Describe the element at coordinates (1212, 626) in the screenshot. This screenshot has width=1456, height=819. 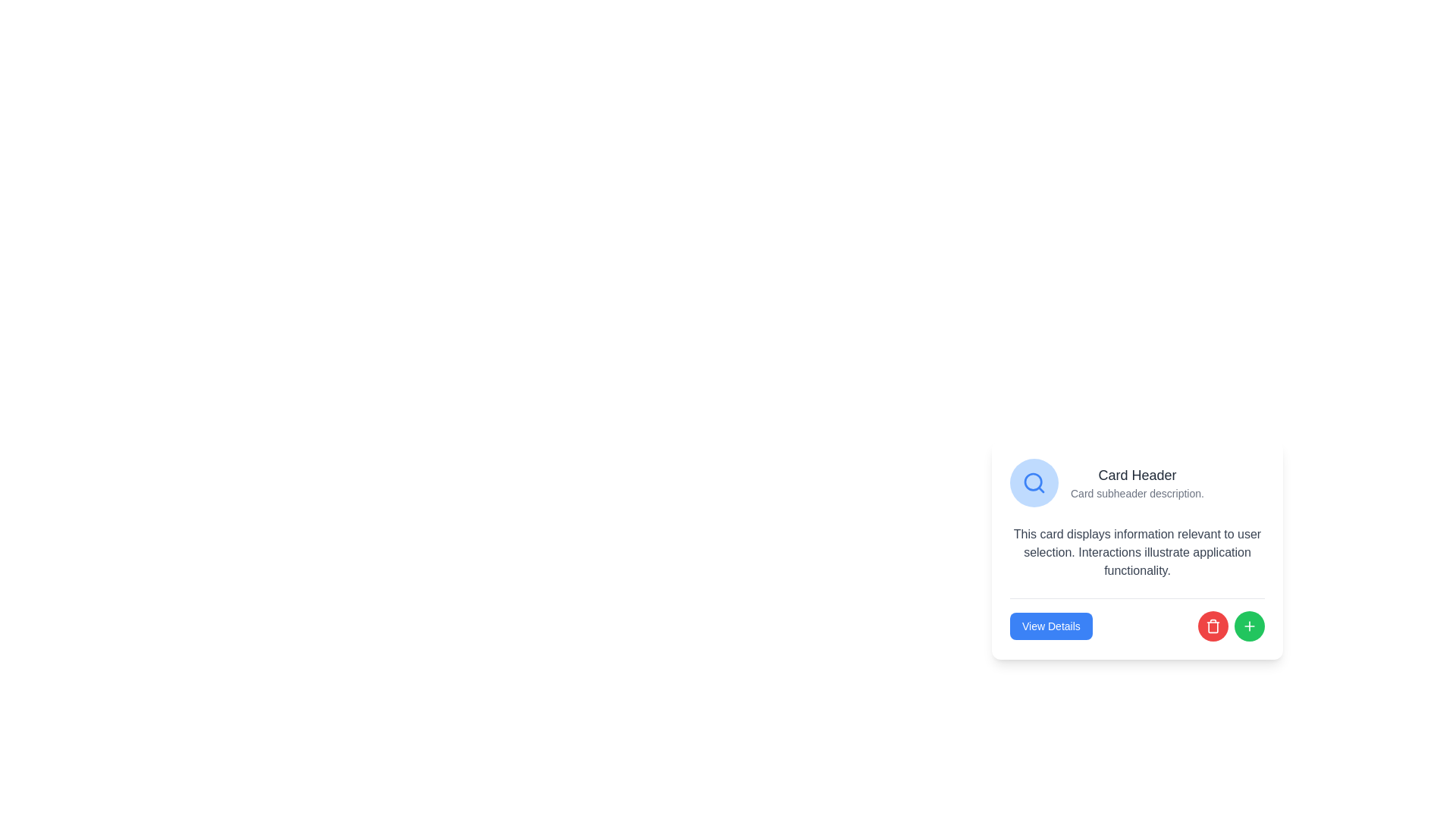
I see `the delete icon located inside the button at the bottom right corner of the card titled 'Card Header', which is near the 'View Details' button and a green circular button with a plus icon` at that location.